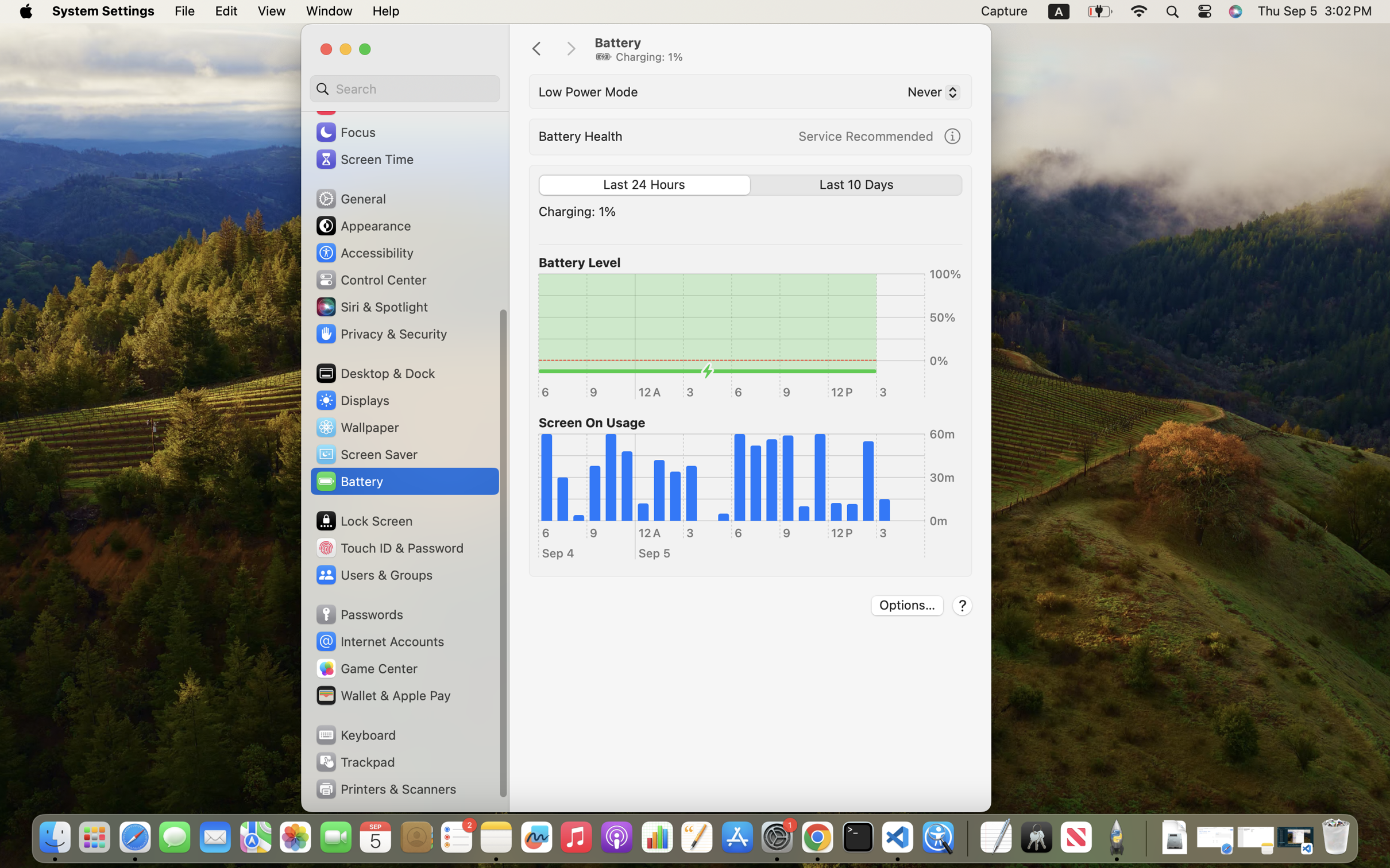  I want to click on 'Battery Level', so click(578, 262).